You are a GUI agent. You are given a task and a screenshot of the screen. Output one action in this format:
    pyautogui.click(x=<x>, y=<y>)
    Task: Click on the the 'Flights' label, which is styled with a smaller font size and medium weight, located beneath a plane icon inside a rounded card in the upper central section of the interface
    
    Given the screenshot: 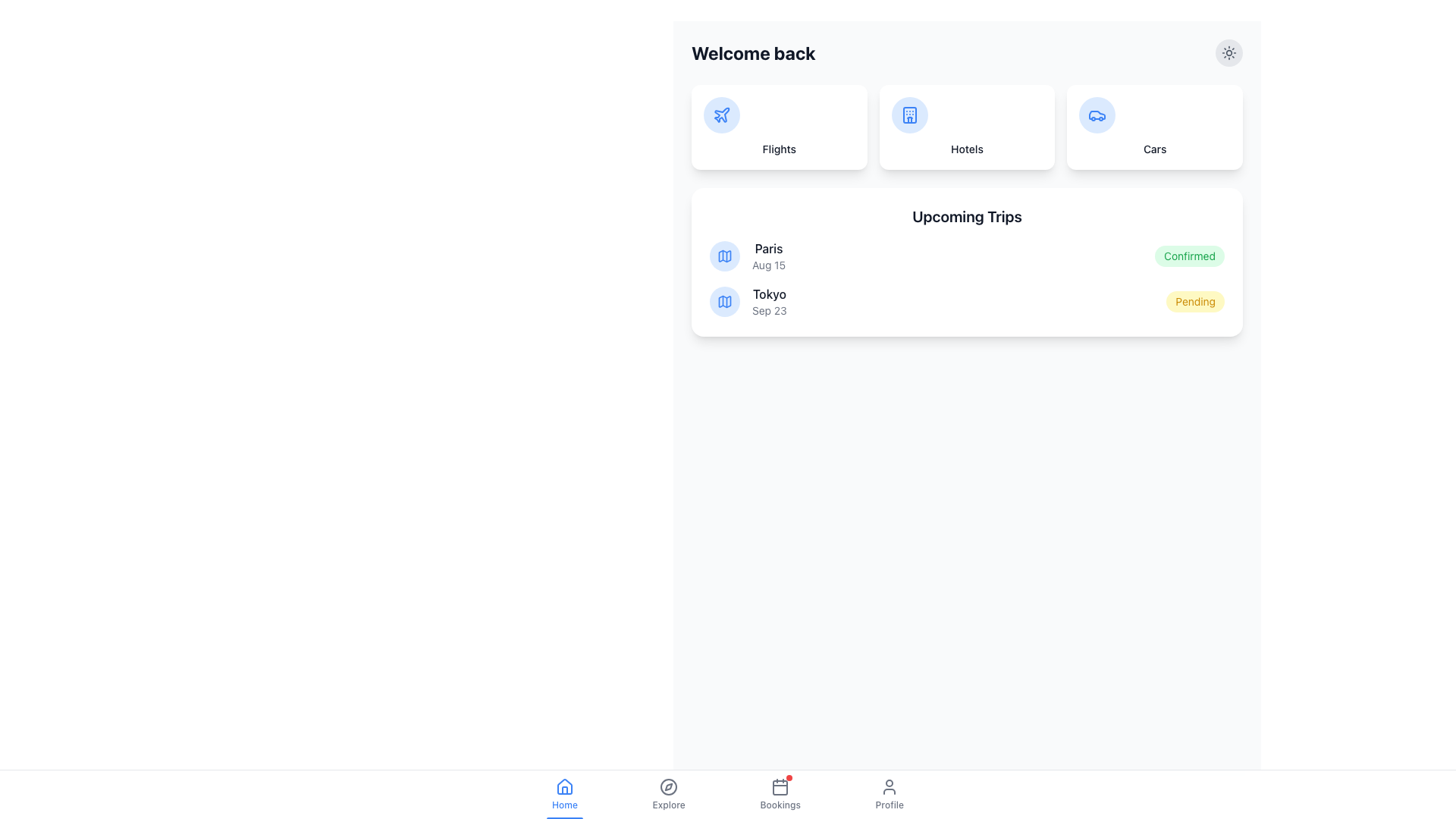 What is the action you would take?
    pyautogui.click(x=779, y=149)
    